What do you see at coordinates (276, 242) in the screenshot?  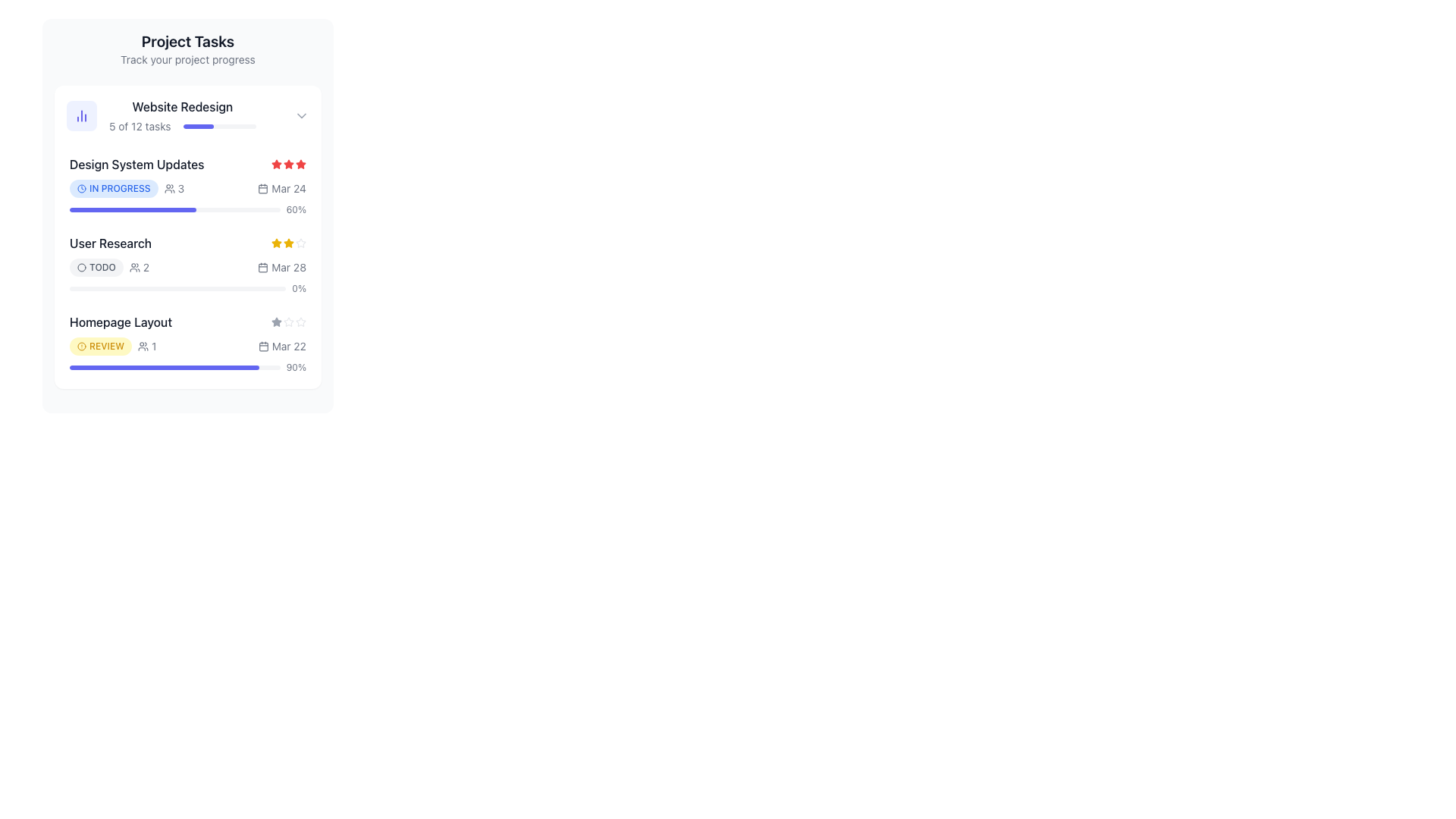 I see `the third yellow star icon representing the rating for the 'User Research' task to assign a rating` at bounding box center [276, 242].